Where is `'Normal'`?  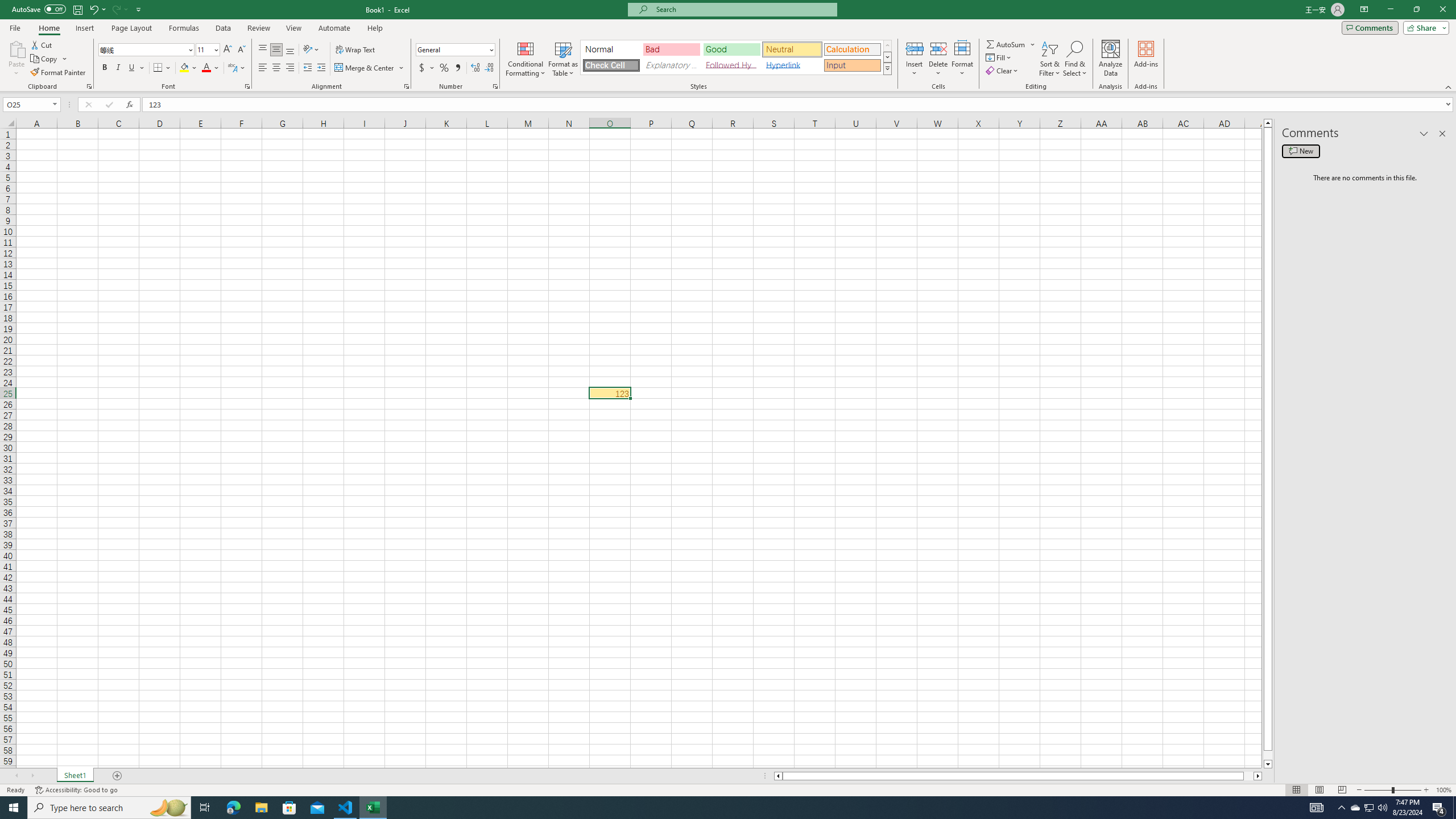
'Normal' is located at coordinates (611, 49).